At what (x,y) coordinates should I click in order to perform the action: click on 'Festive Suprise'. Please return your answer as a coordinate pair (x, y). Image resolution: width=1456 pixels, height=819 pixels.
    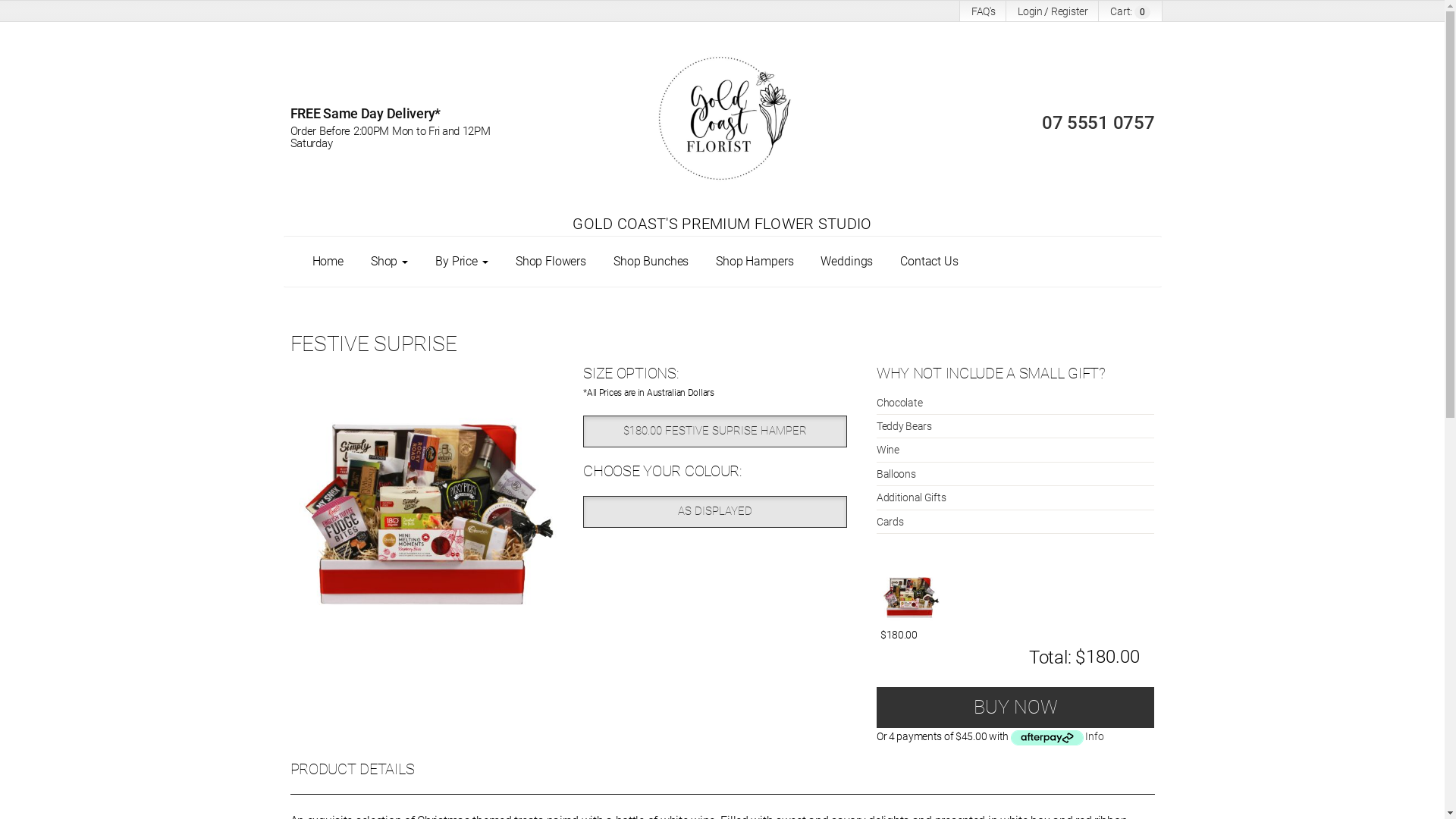
    Looking at the image, I should click on (290, 504).